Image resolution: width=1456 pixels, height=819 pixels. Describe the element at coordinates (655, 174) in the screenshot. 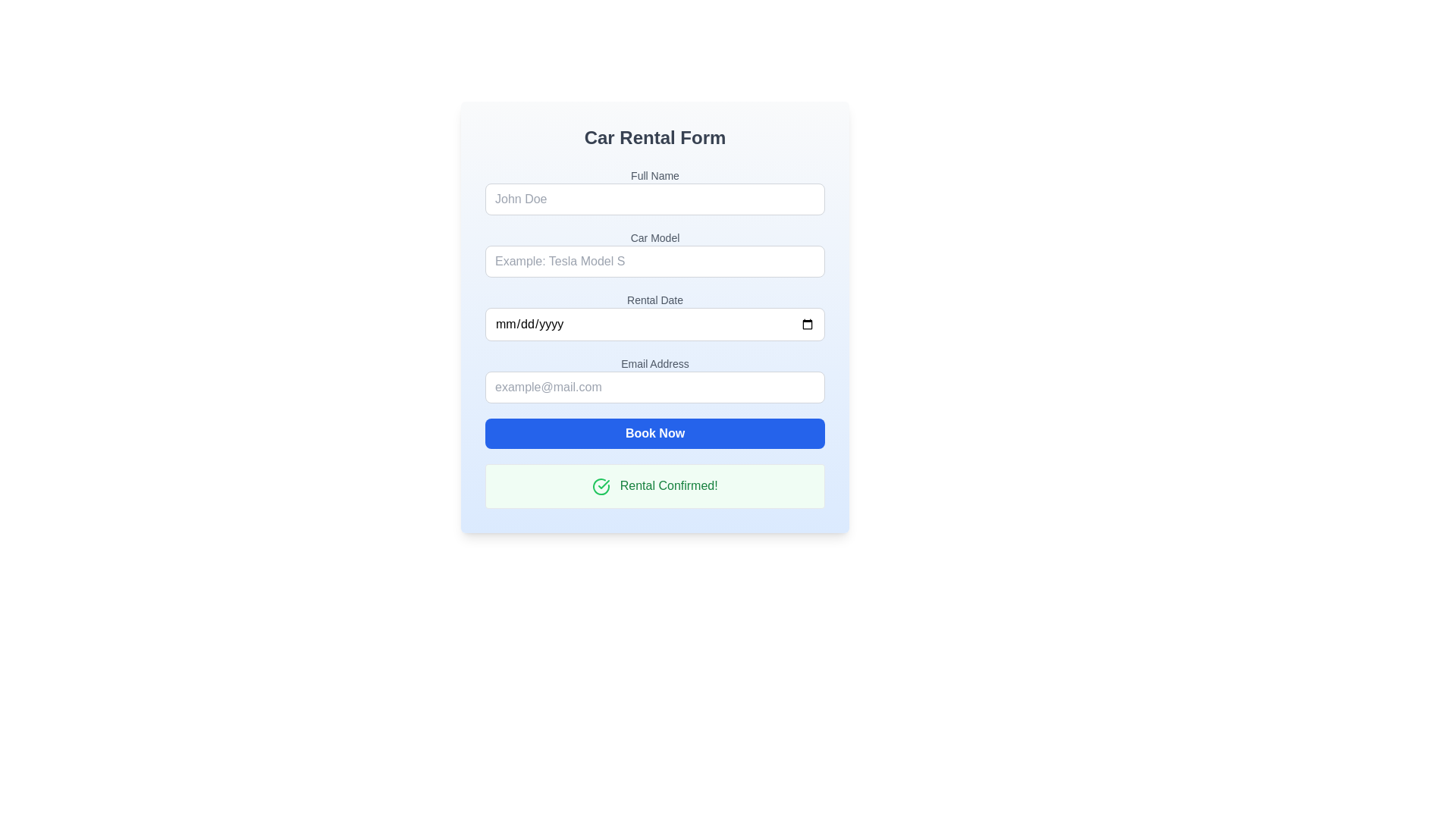

I see `the 'Full Name' label, which is a small, gray text element positioned above the 'John Doe' input field in the form section` at that location.